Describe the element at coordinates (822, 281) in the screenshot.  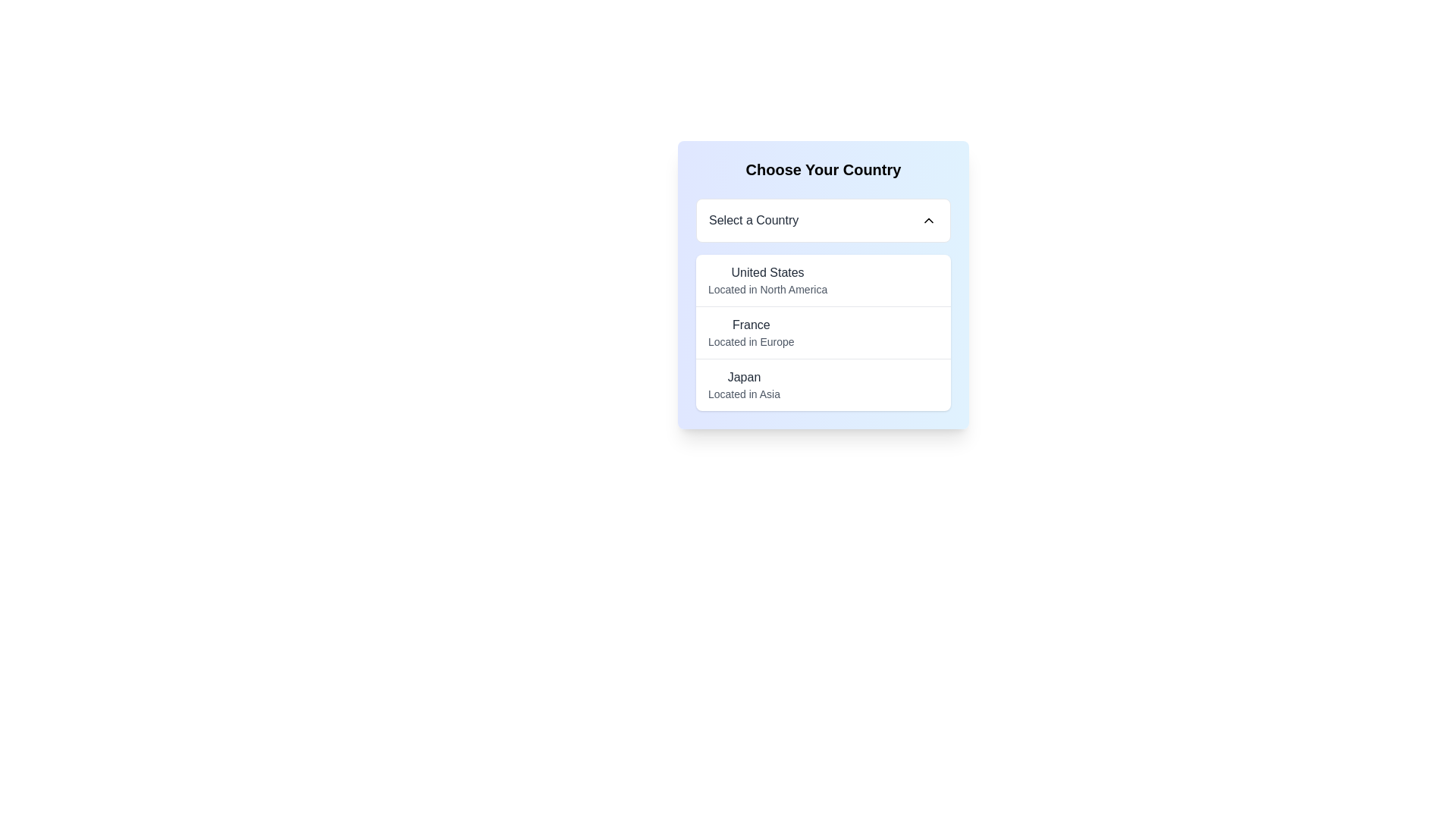
I see `the list item labeled 'United States'` at that location.